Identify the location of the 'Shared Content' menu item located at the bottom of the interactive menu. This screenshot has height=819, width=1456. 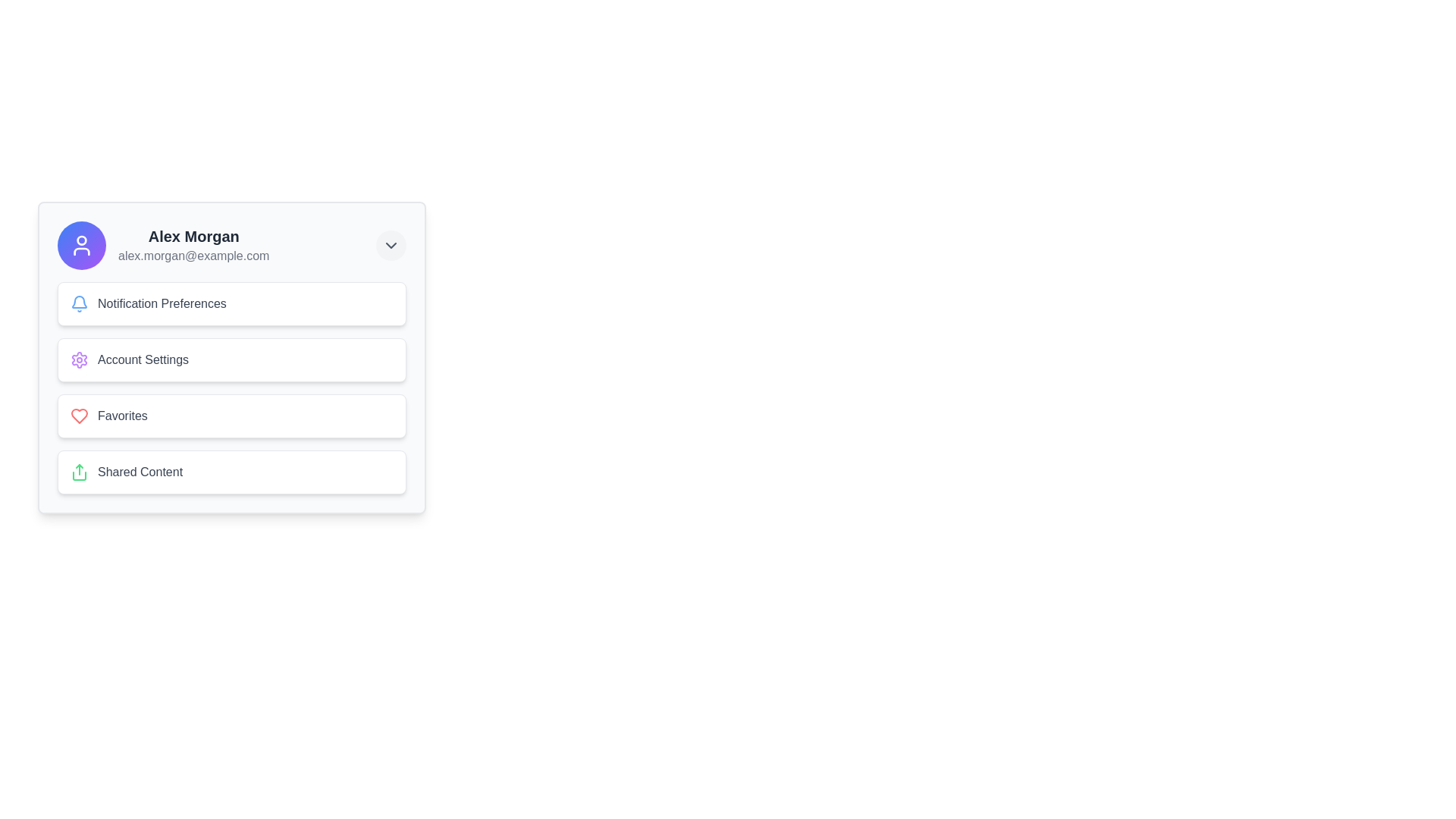
(231, 472).